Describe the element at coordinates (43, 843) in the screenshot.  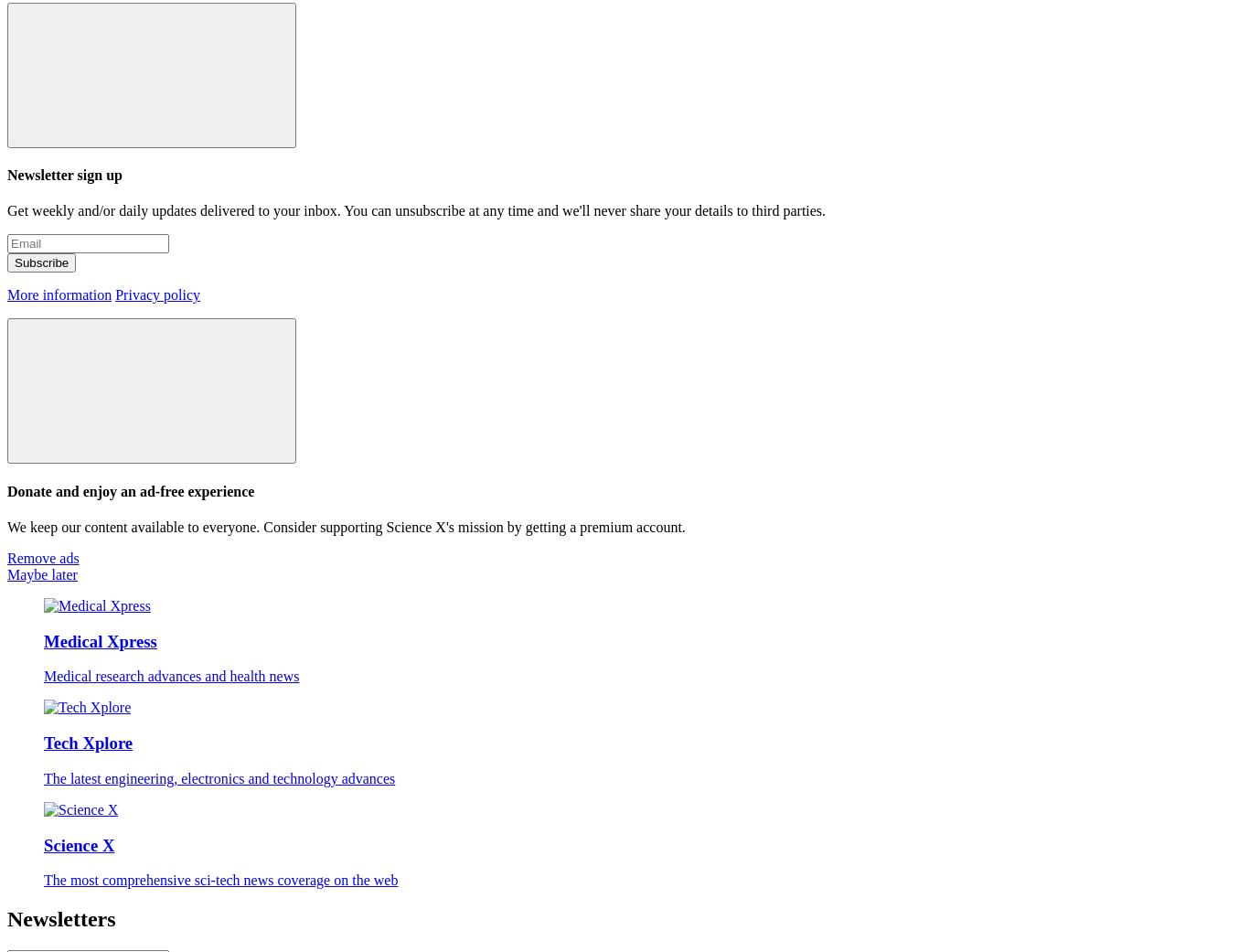
I see `'Science X'` at that location.